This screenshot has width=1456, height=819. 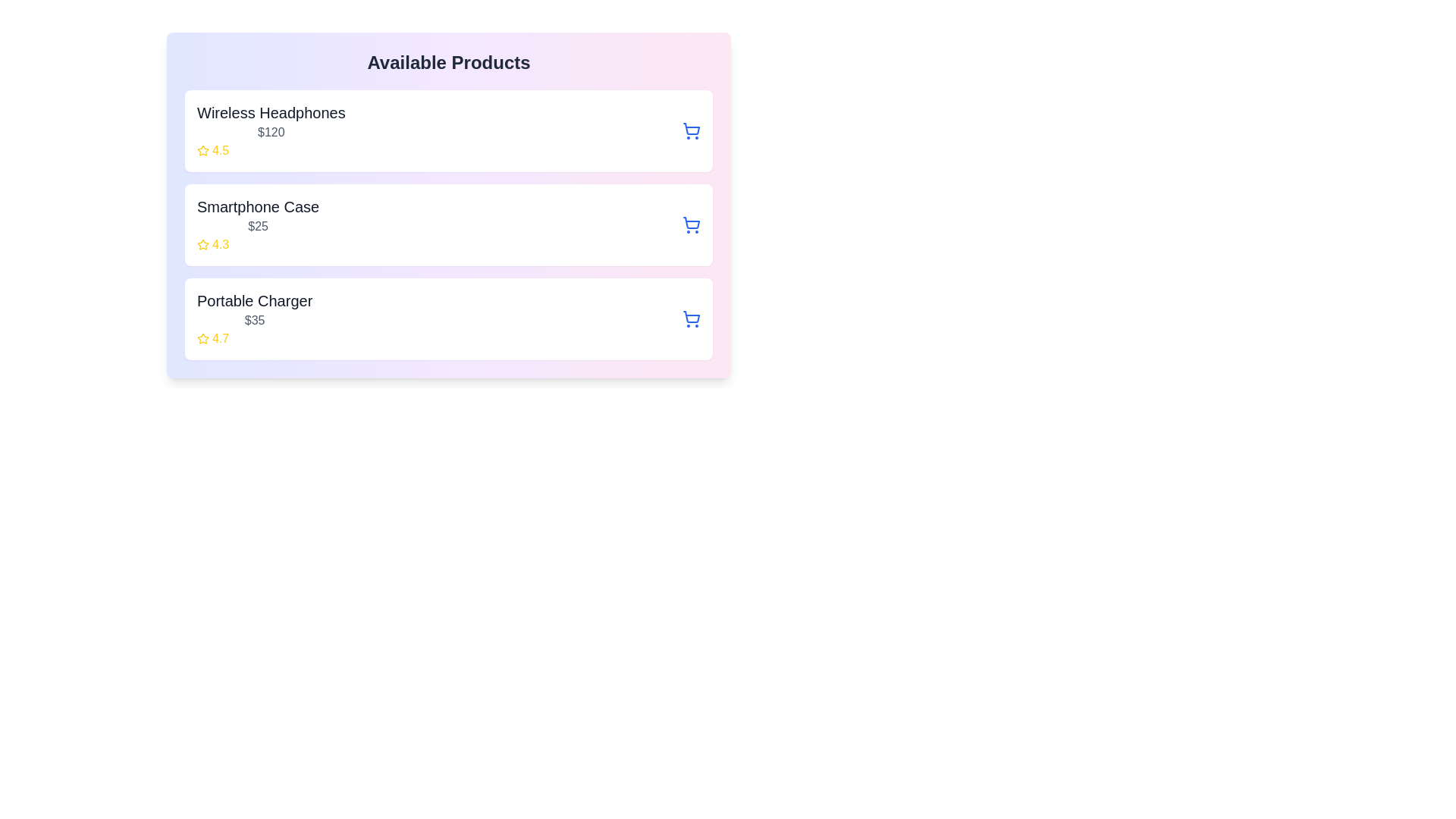 I want to click on cart button for the product Portable Charger, so click(x=691, y=318).